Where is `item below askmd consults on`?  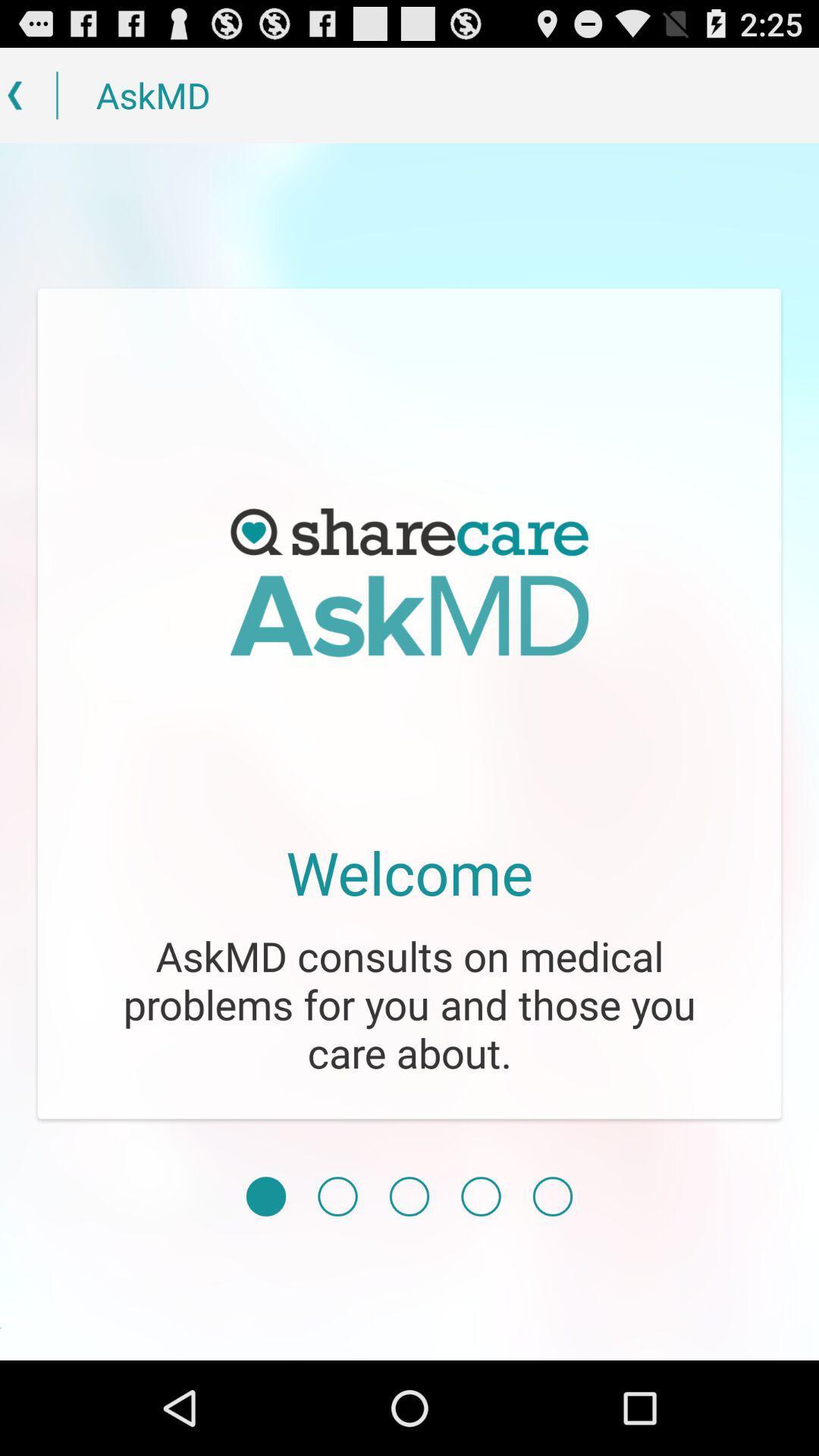 item below askmd consults on is located at coordinates (265, 1196).